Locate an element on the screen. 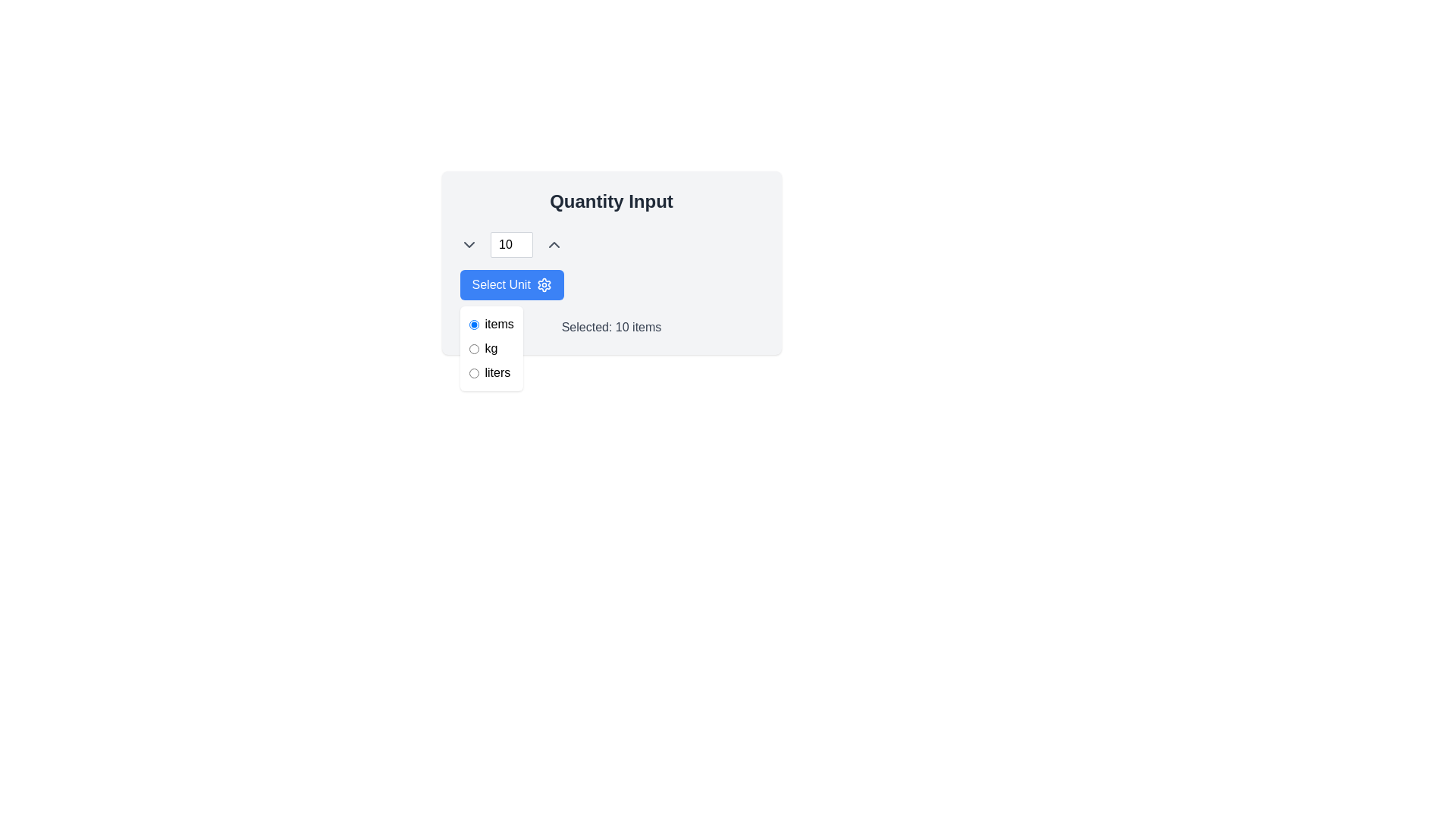 The width and height of the screenshot is (1456, 819). the radio button is located at coordinates (491, 348).